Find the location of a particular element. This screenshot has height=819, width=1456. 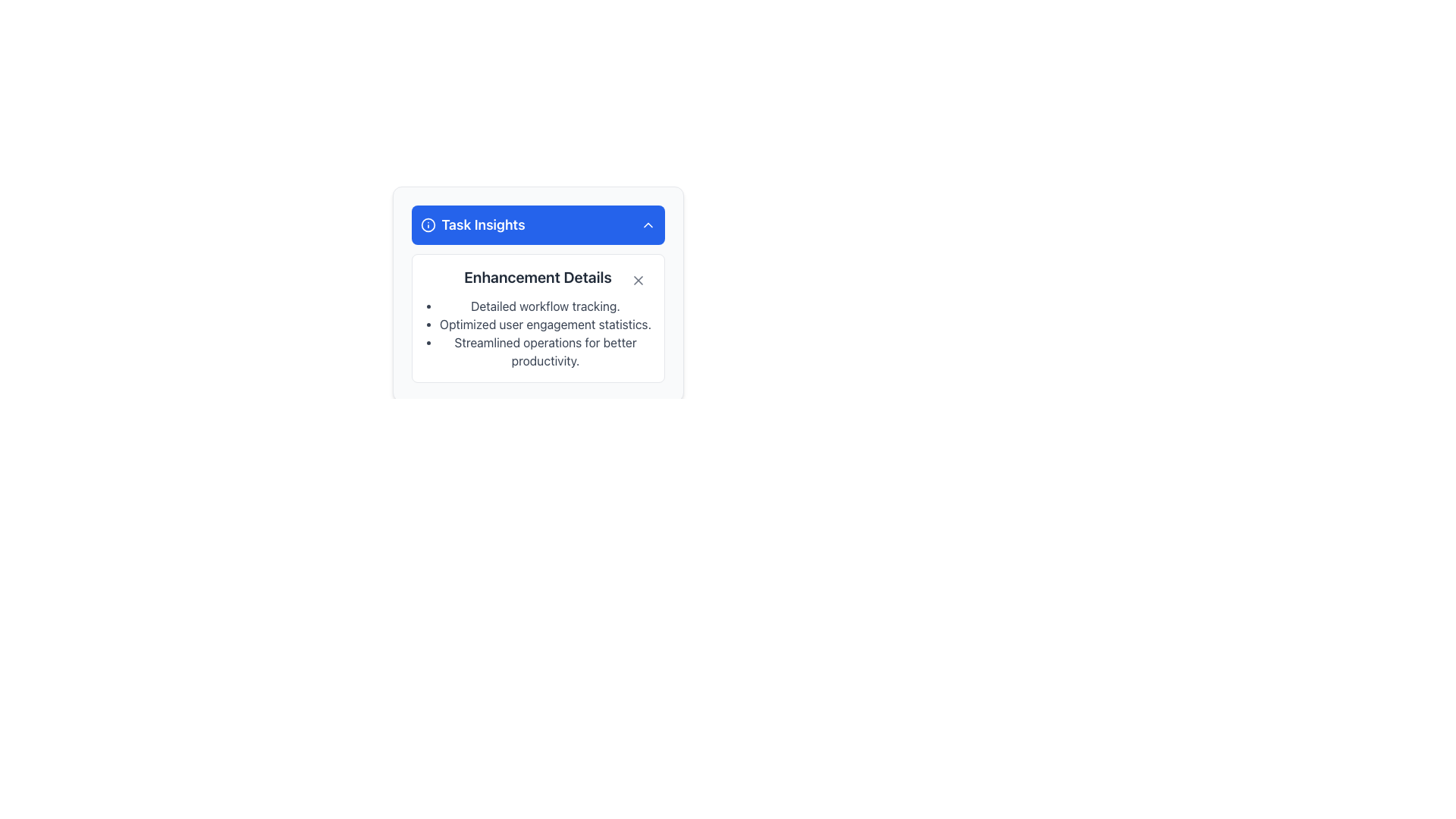

text element displaying 'Optimized user engagement statistics.' located within a white rectangular panel under the heading 'Enhancement Details' in the 'Task Insights' section is located at coordinates (545, 324).